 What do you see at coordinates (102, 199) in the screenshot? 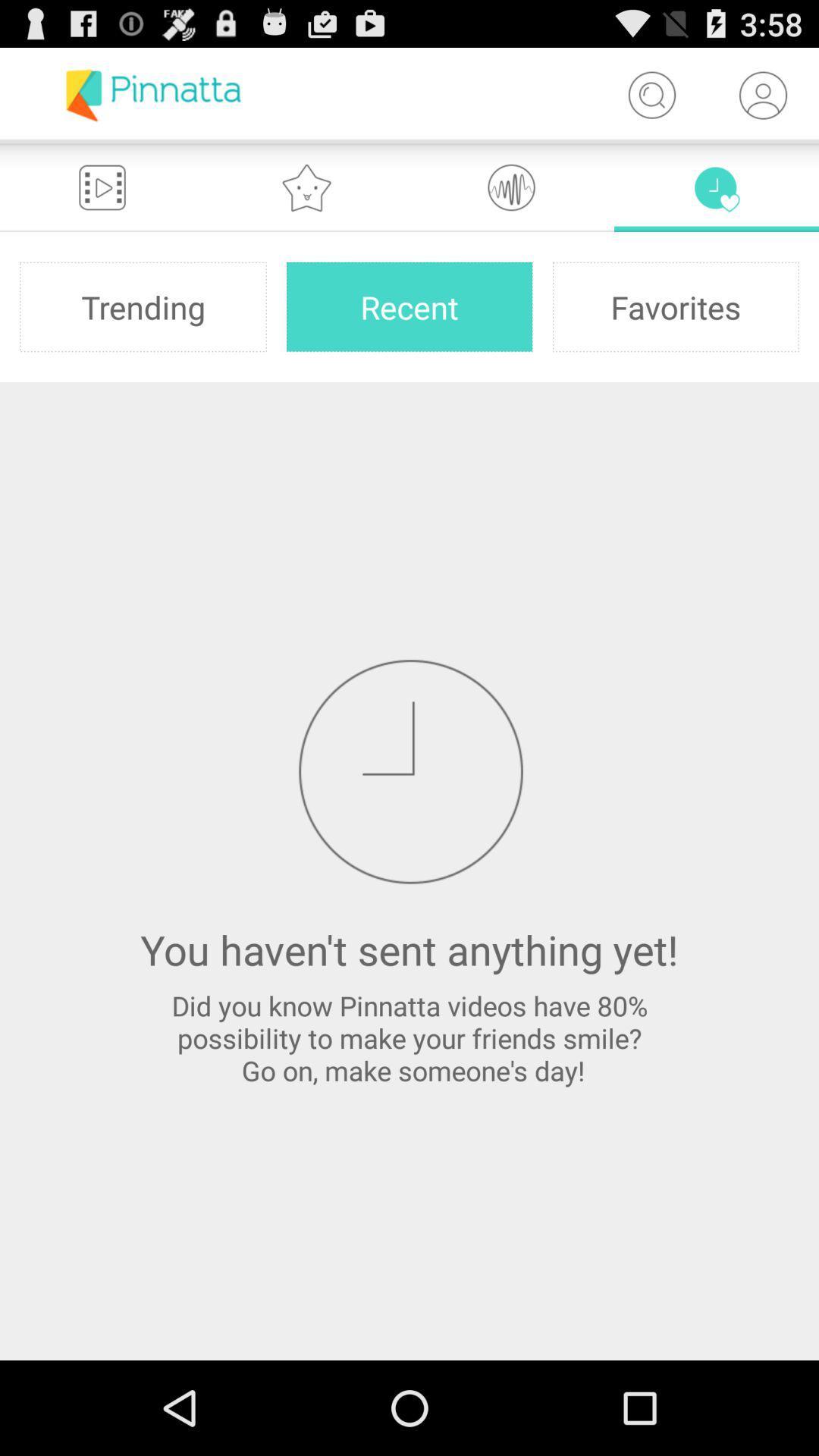
I see `the fullscreen icon` at bounding box center [102, 199].